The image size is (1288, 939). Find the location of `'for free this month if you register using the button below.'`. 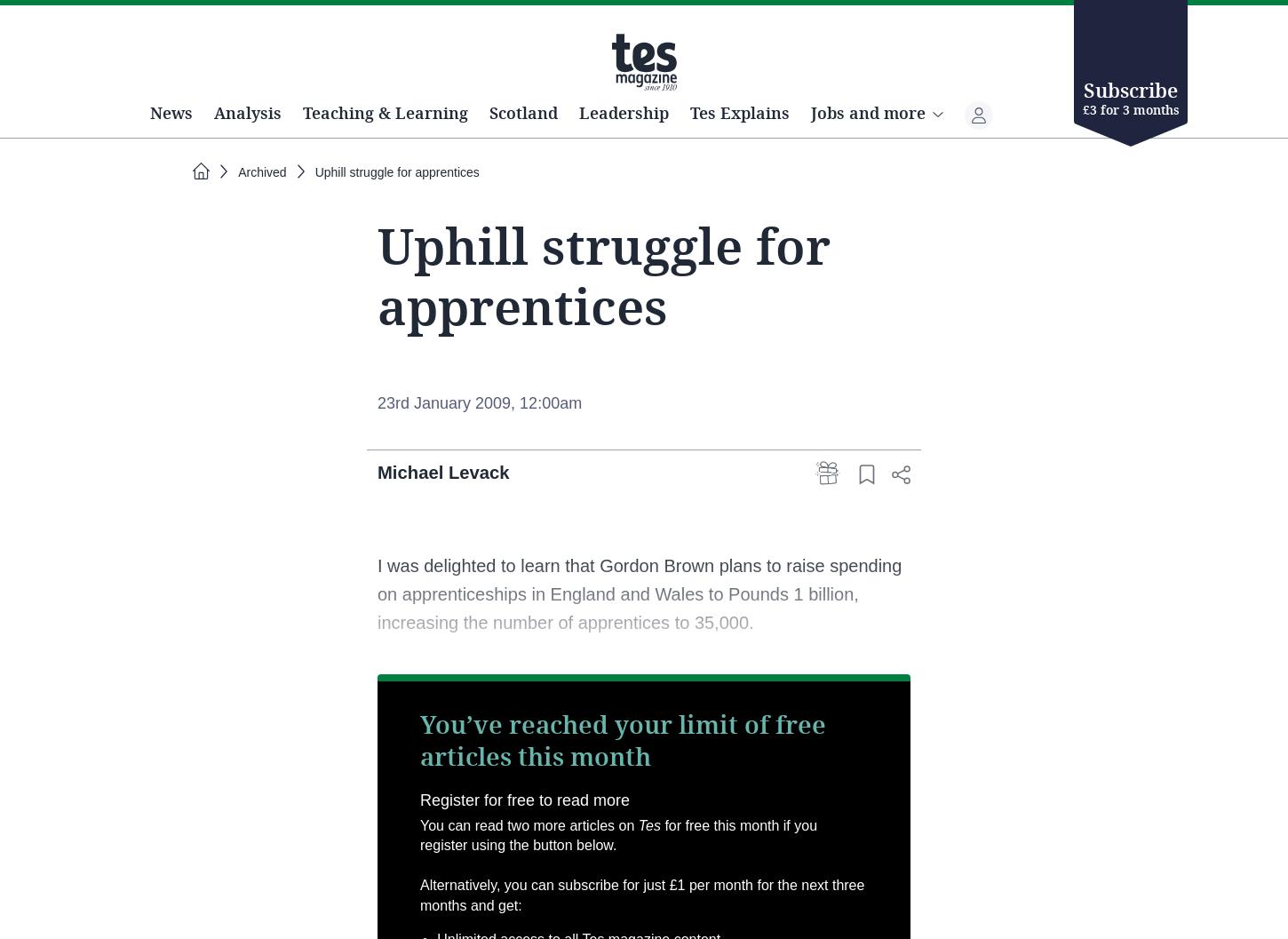

'for free this month if you register using the button below.' is located at coordinates (617, 896).